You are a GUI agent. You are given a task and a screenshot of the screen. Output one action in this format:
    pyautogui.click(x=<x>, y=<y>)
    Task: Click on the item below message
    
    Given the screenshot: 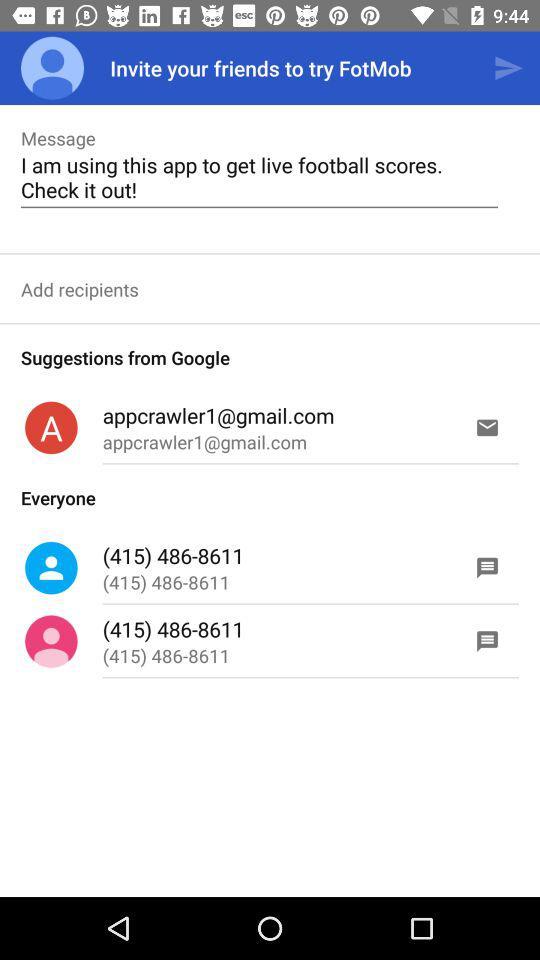 What is the action you would take?
    pyautogui.click(x=259, y=176)
    